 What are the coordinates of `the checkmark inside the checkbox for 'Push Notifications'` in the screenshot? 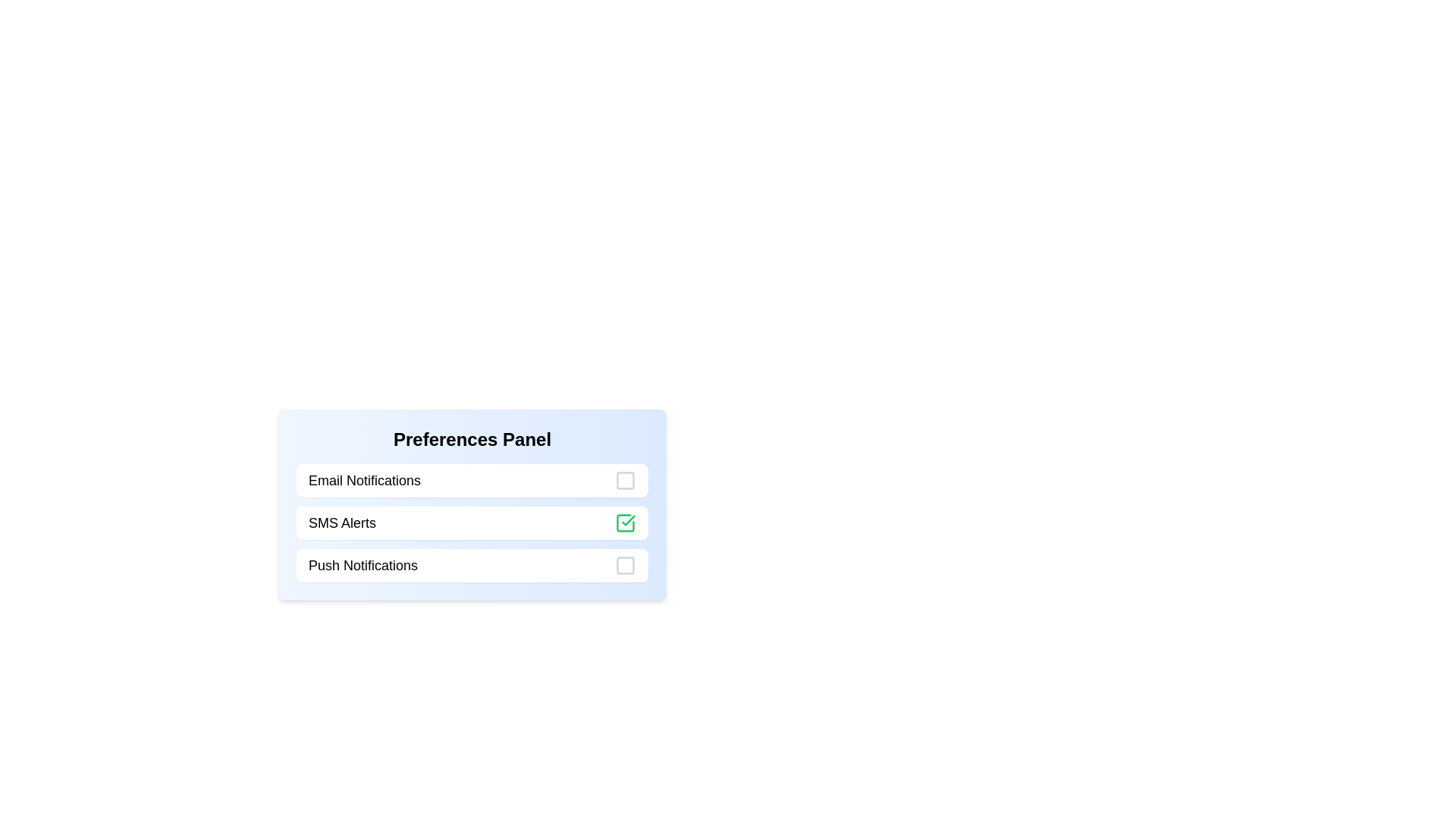 It's located at (626, 565).